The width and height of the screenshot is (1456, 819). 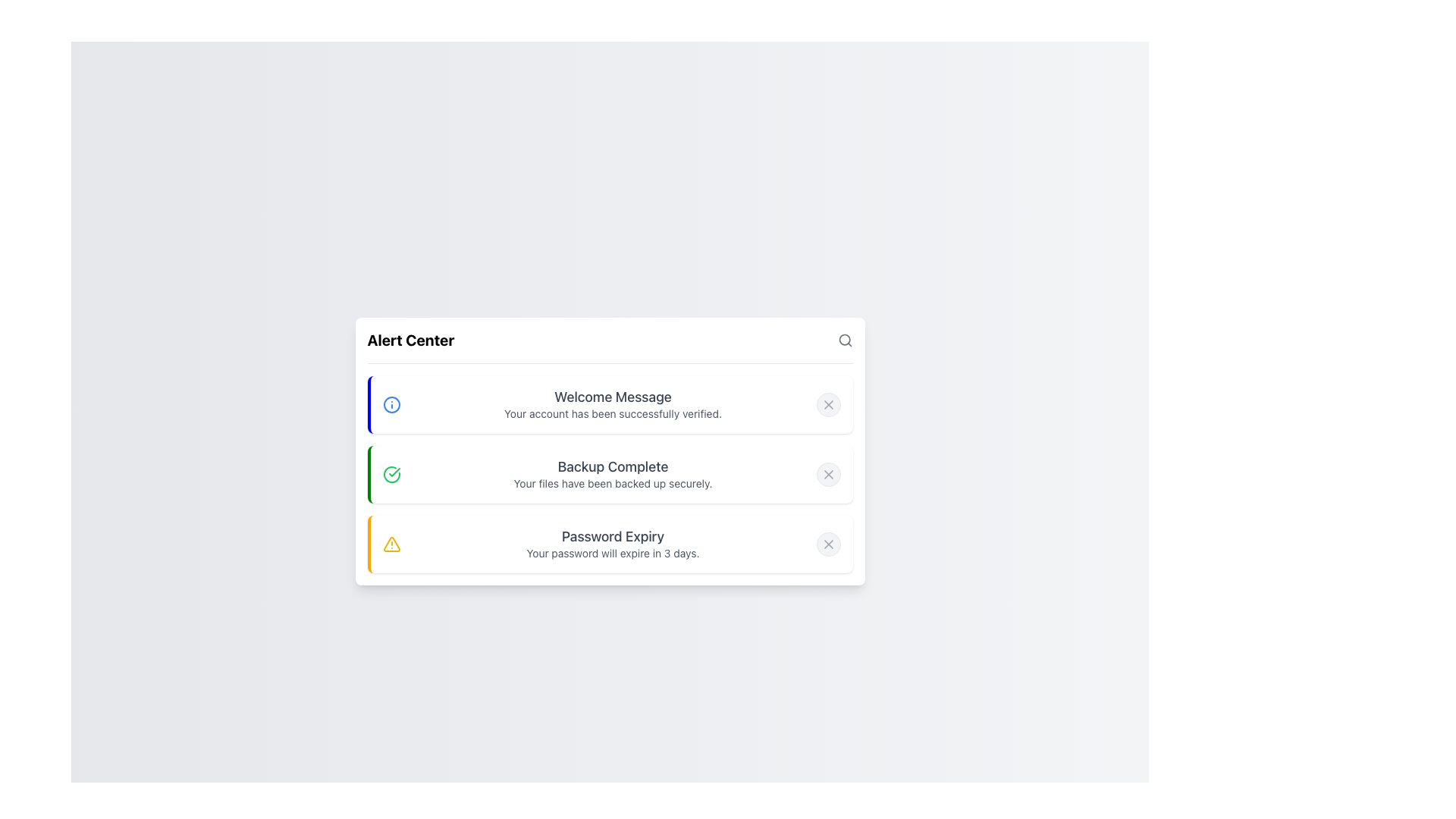 What do you see at coordinates (844, 339) in the screenshot?
I see `the Search Icon located at the top right corner of the Alert Center panel, adjacent to the title text 'Alert Center'` at bounding box center [844, 339].